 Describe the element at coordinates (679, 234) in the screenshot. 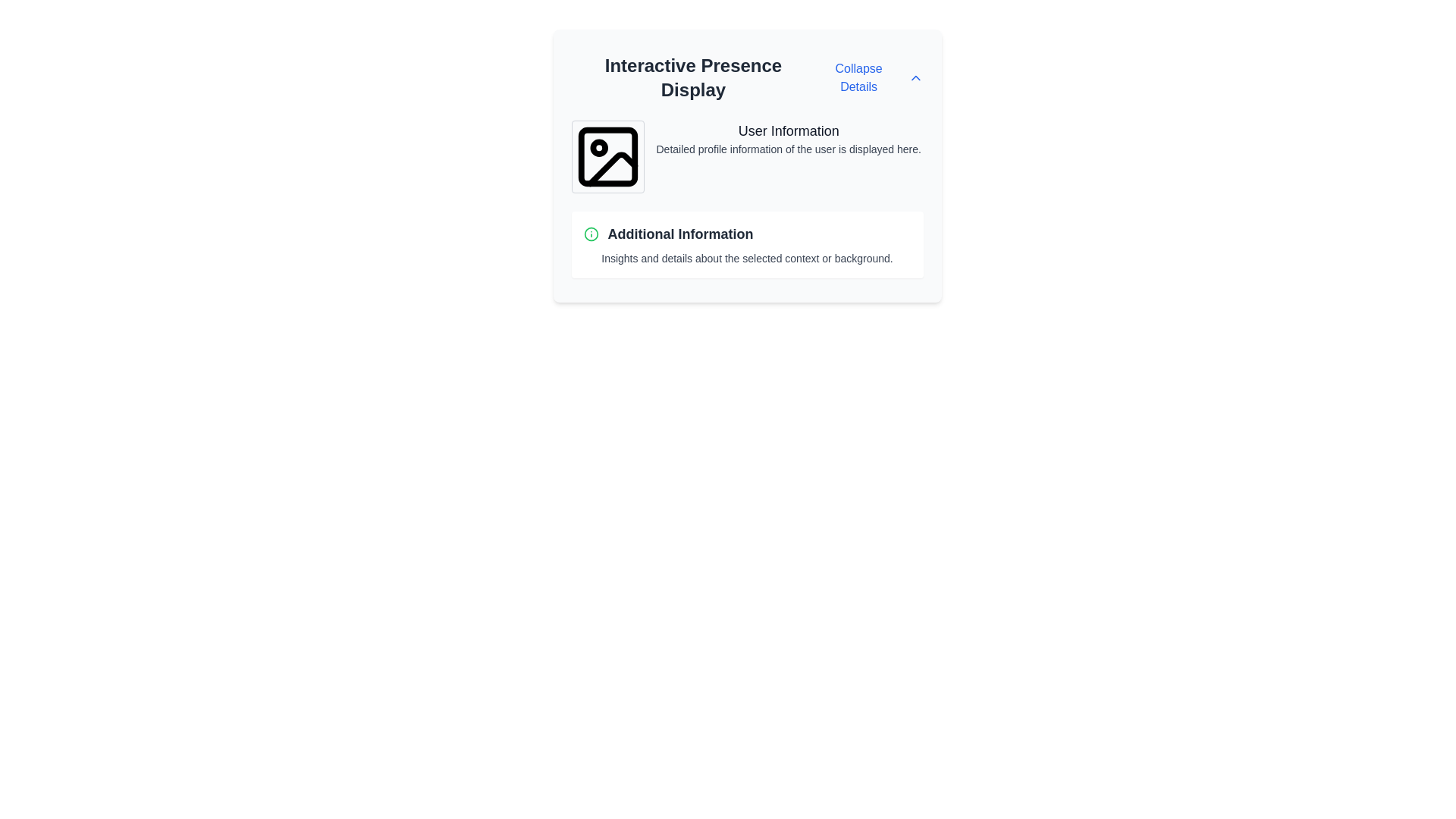

I see `the central text label or heading that indicates the presence of more details or insights associated with the displayed context, located below the main title block and next to an icon` at that location.